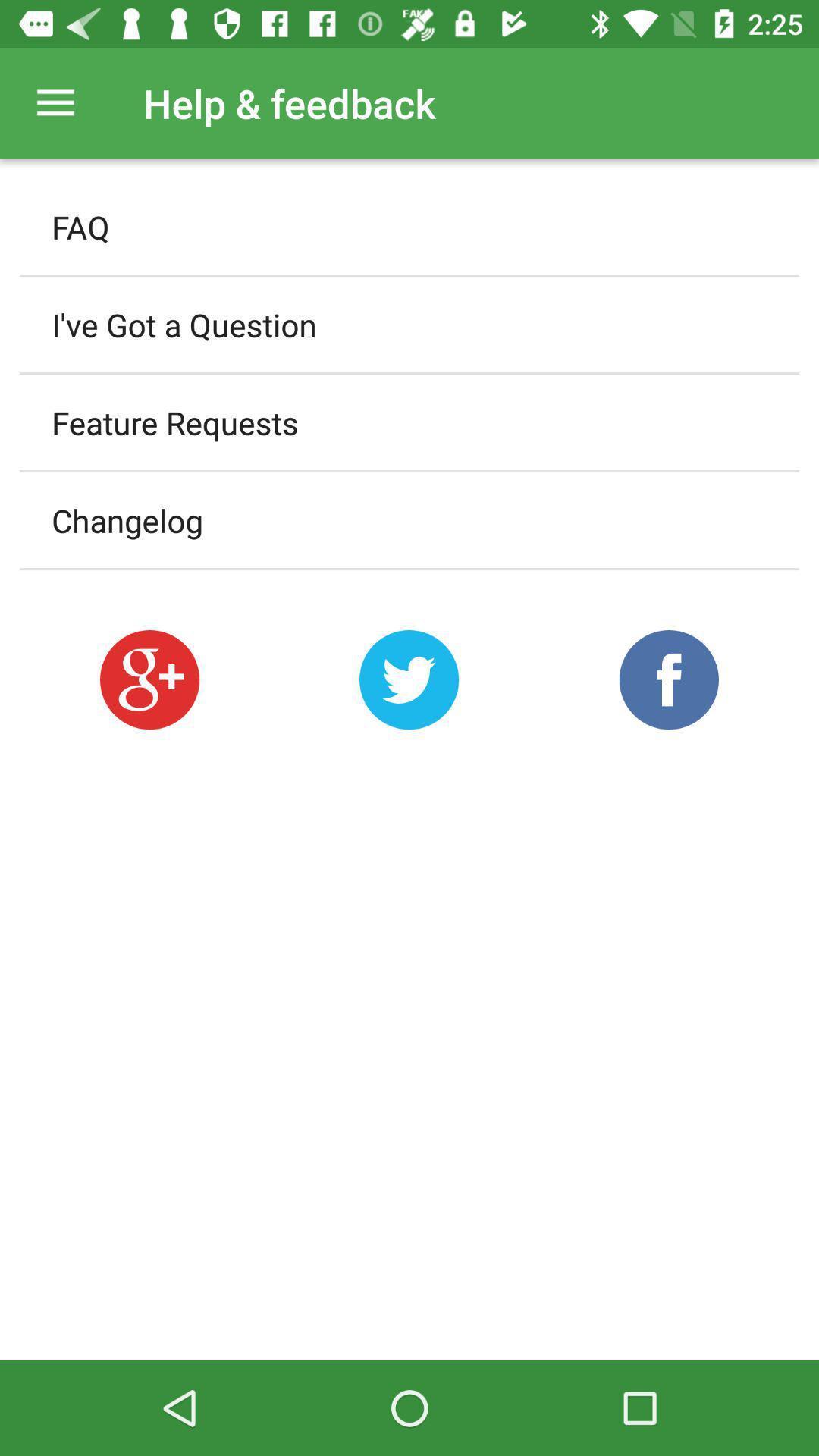 This screenshot has width=819, height=1456. I want to click on the google plus social media, so click(149, 679).